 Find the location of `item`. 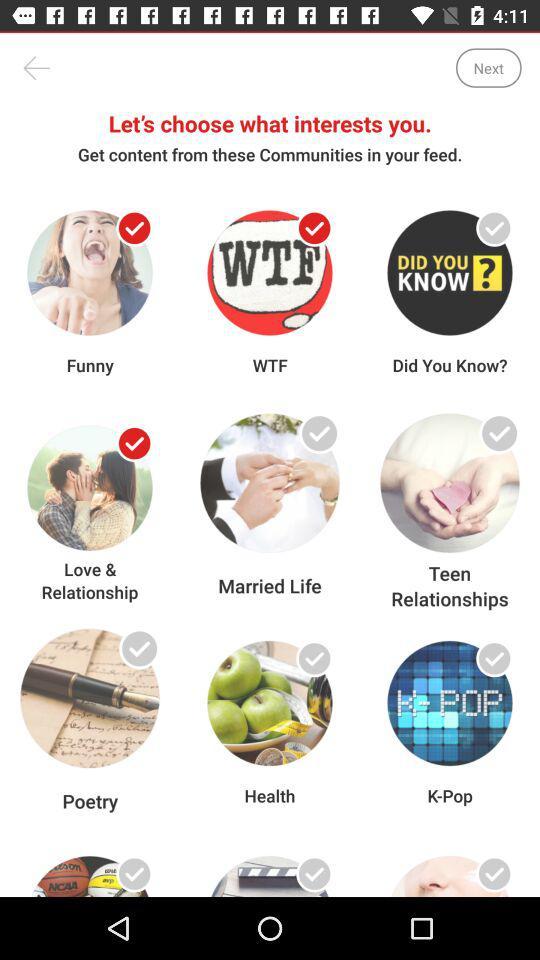

item is located at coordinates (134, 228).